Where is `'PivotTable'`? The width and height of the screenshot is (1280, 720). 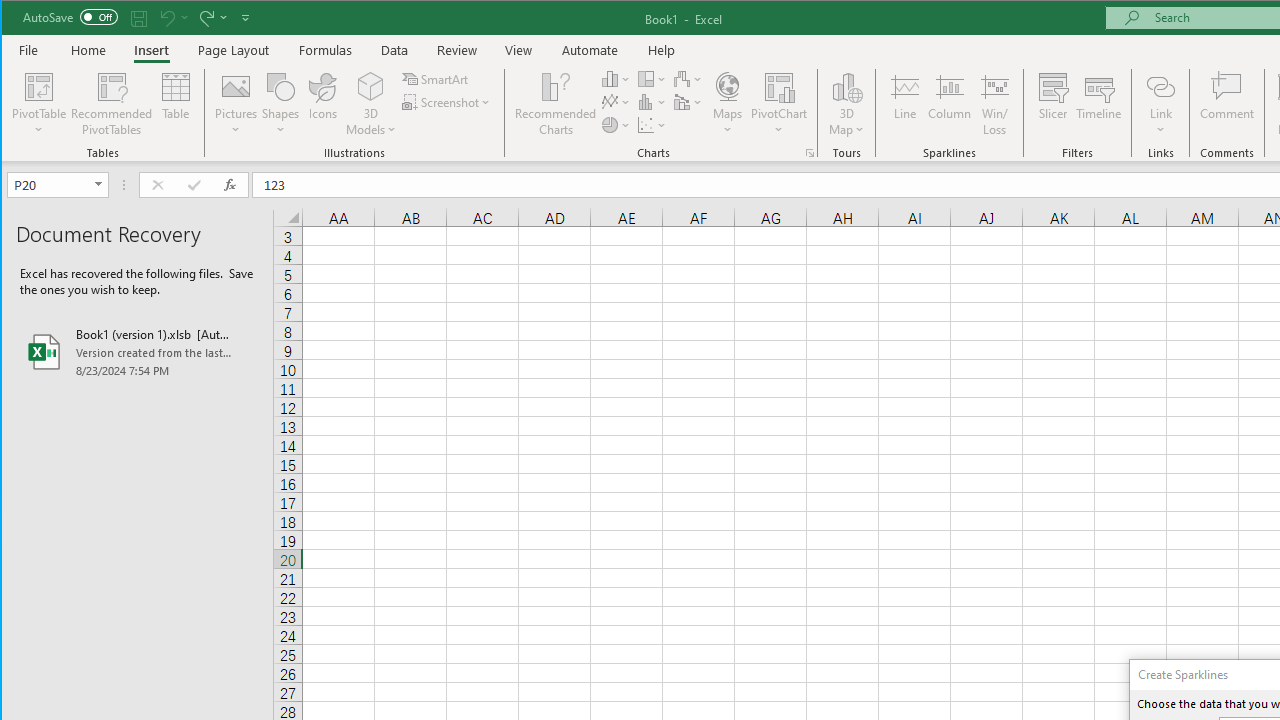 'PivotTable' is located at coordinates (39, 104).